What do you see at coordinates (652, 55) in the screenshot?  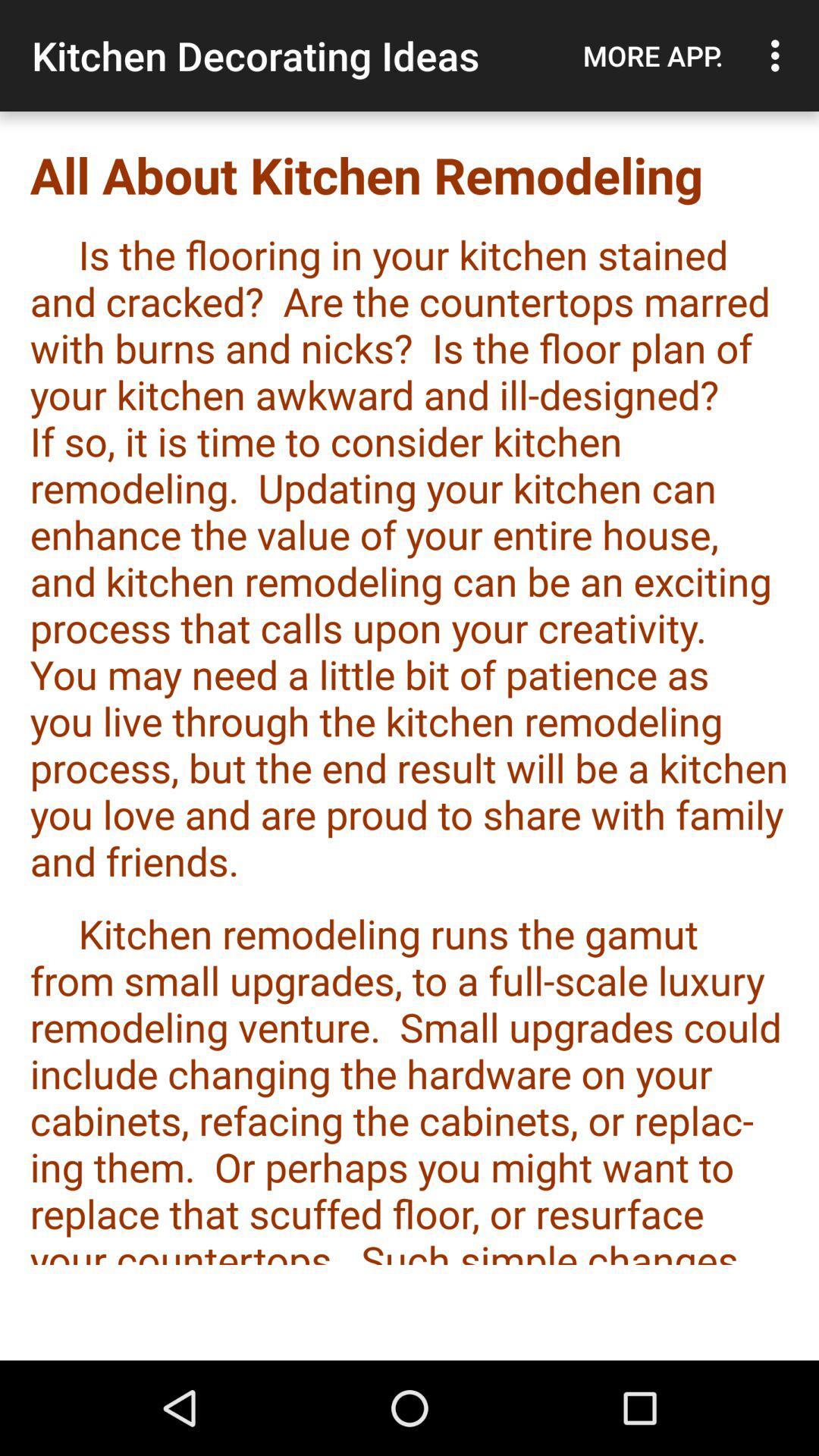 I see `the more app. icon` at bounding box center [652, 55].